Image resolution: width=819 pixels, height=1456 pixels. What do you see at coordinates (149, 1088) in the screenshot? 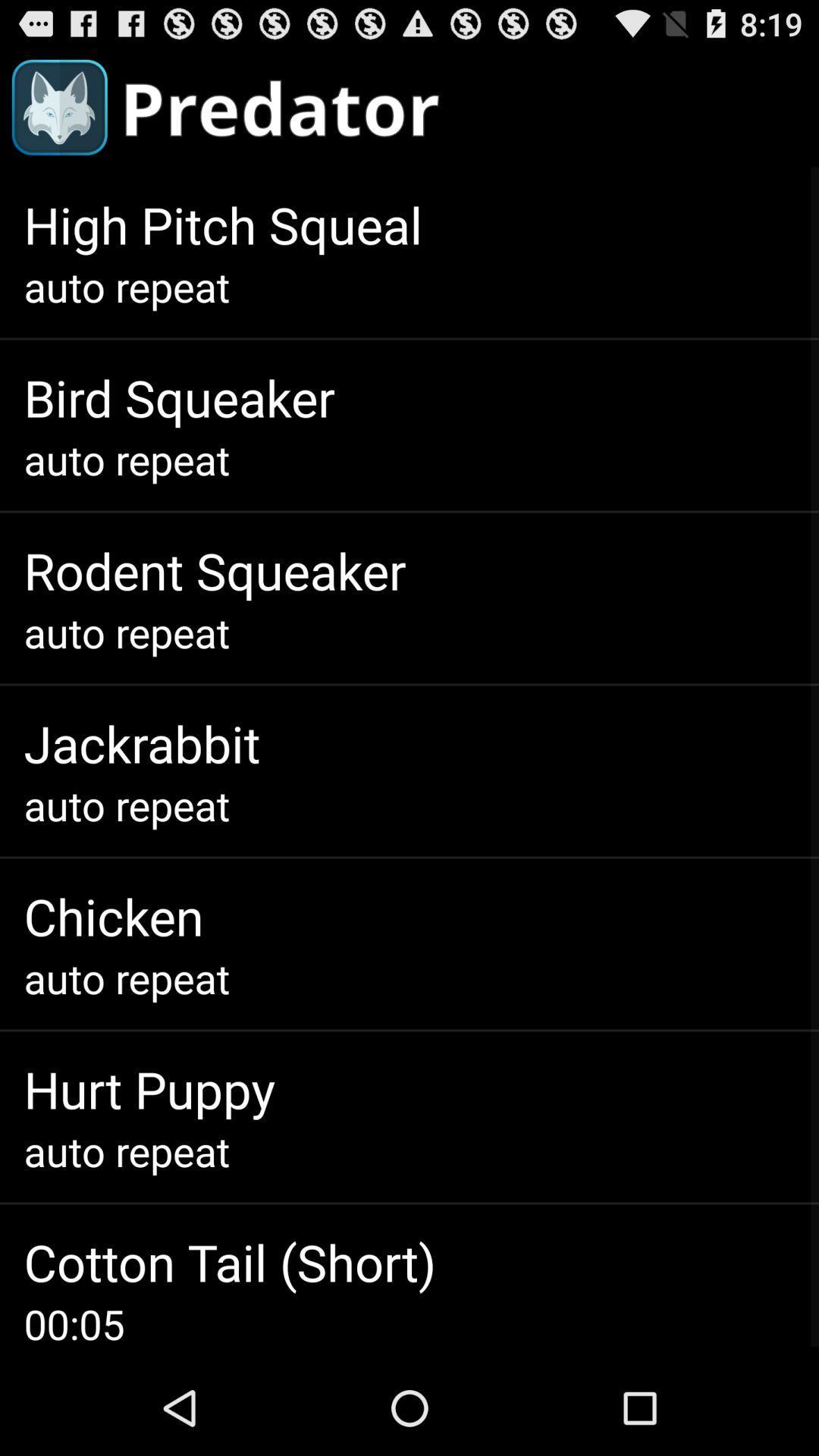
I see `item below auto repeat app` at bounding box center [149, 1088].